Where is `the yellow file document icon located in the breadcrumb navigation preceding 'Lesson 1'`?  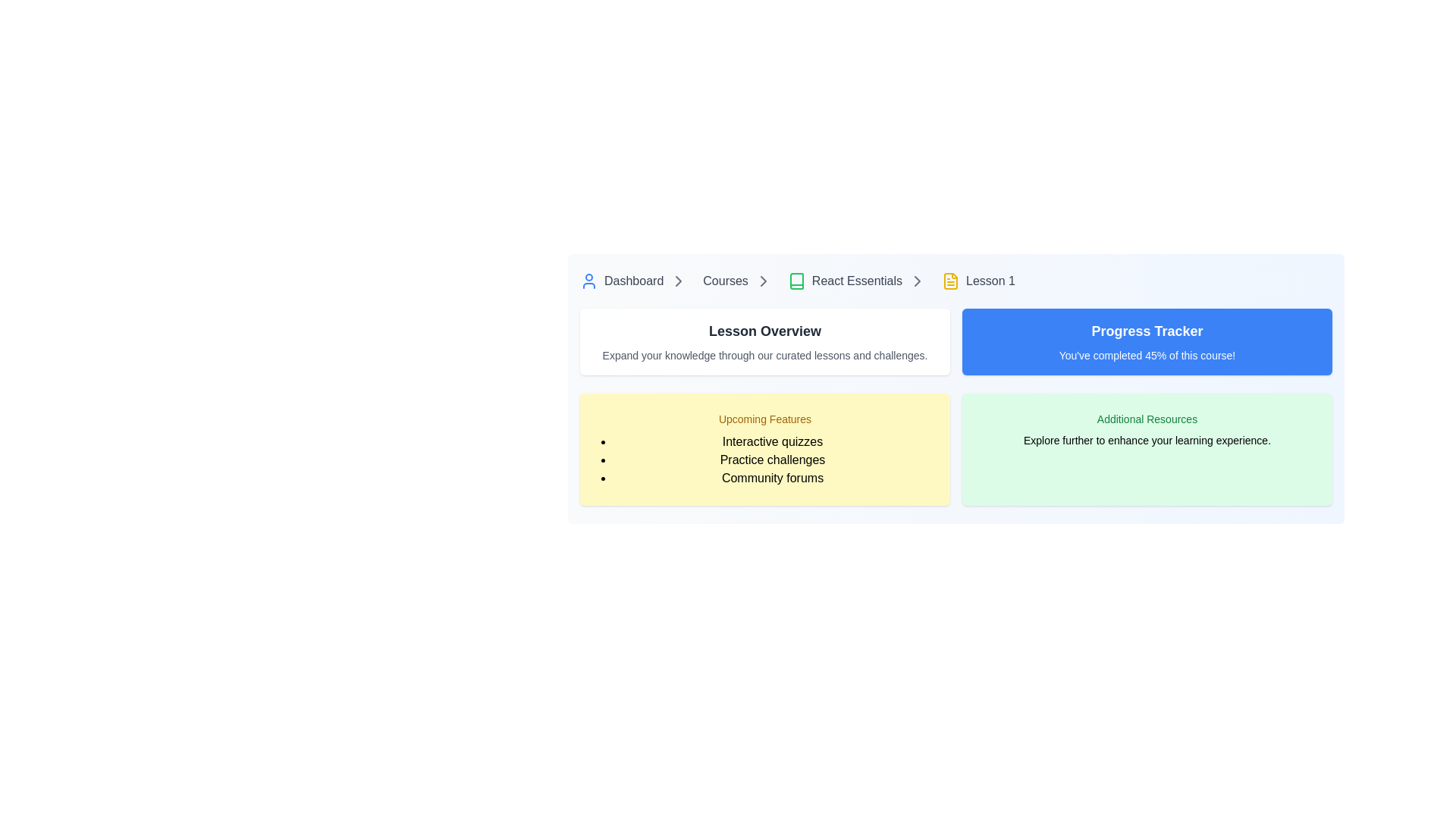
the yellow file document icon located in the breadcrumb navigation preceding 'Lesson 1' is located at coordinates (949, 281).